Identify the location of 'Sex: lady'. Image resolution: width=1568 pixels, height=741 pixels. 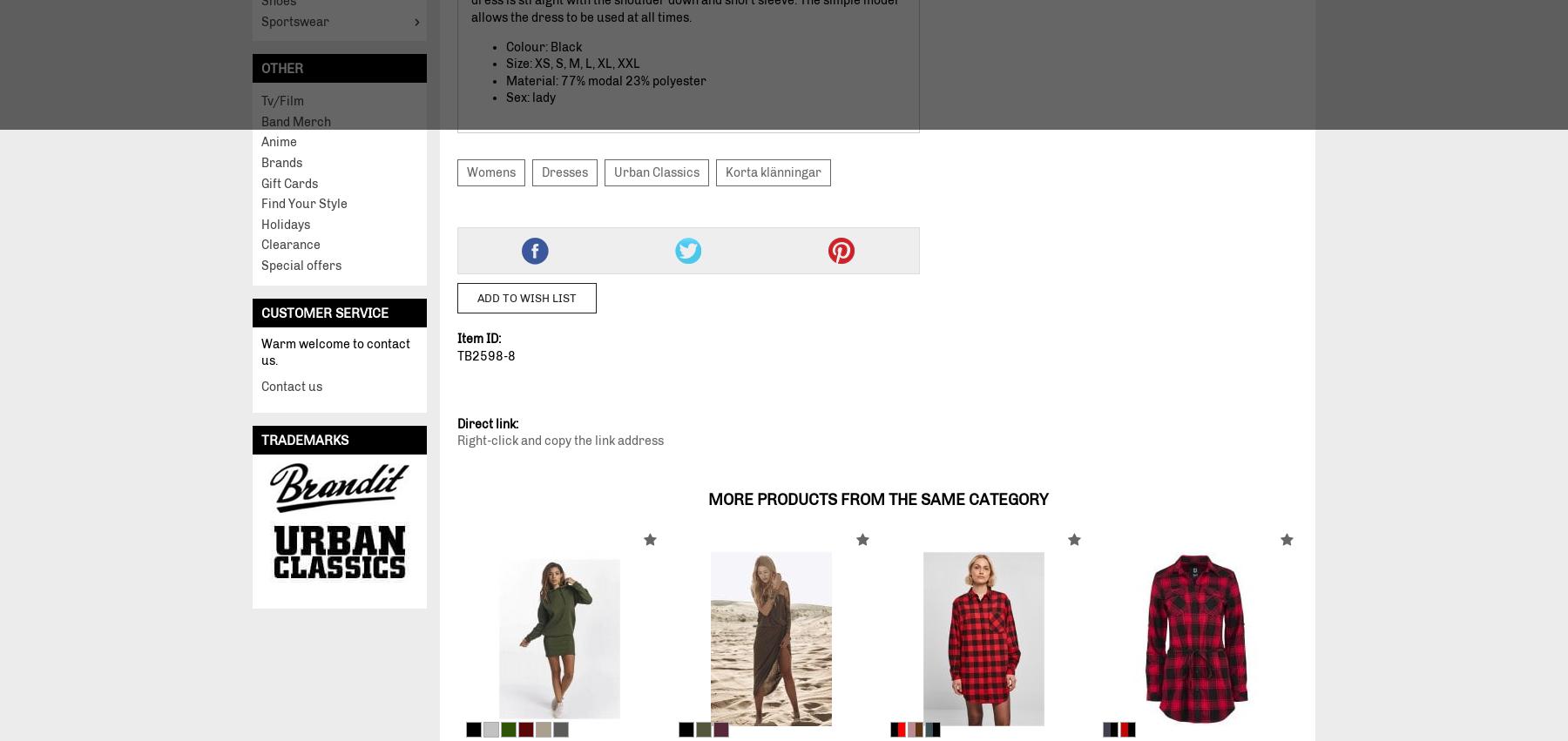
(531, 97).